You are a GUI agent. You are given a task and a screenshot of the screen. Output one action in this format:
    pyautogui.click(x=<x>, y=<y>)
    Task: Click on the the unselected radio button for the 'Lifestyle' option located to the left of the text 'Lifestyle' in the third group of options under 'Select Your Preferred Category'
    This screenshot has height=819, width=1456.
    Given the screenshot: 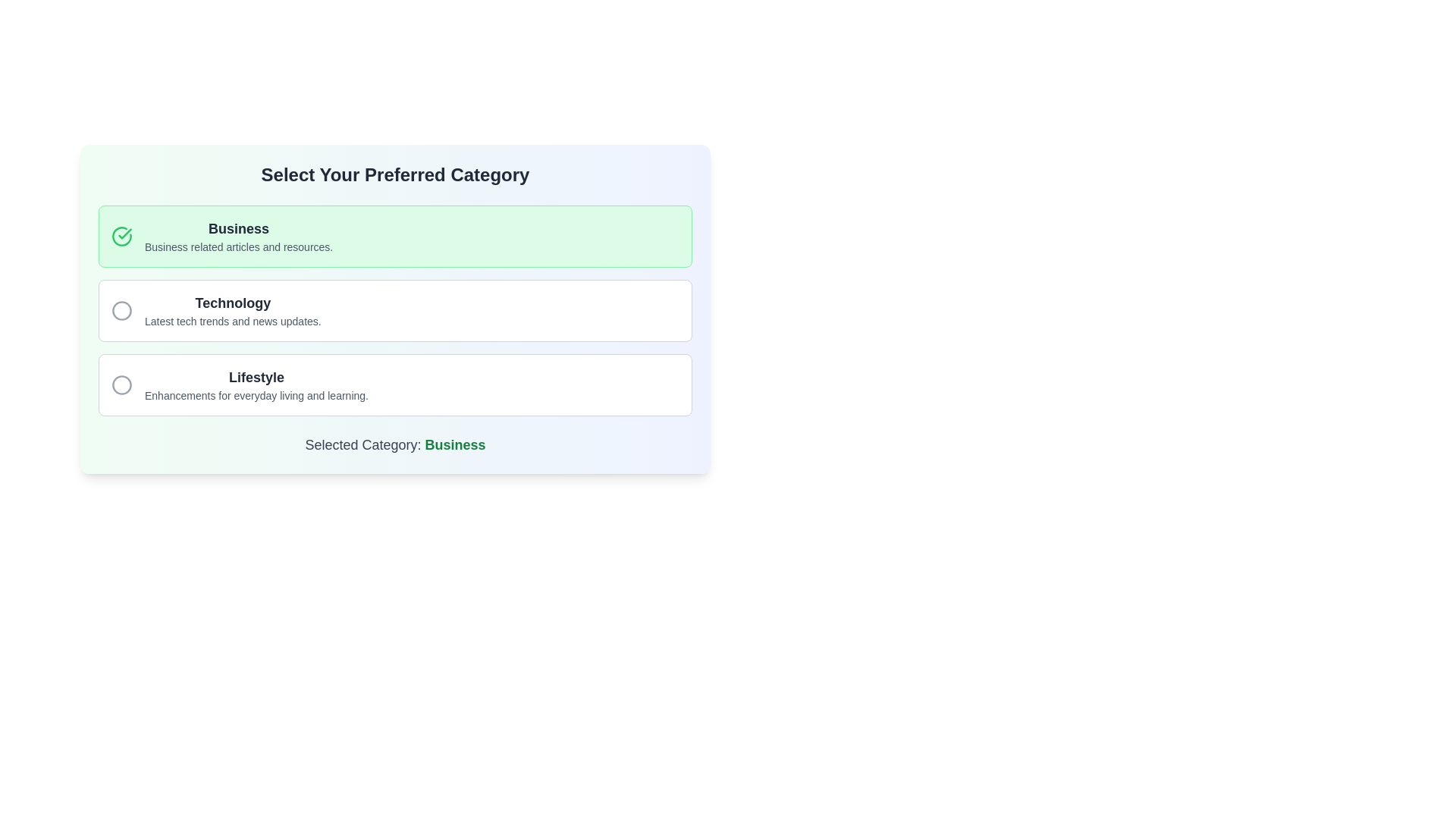 What is the action you would take?
    pyautogui.click(x=122, y=384)
    